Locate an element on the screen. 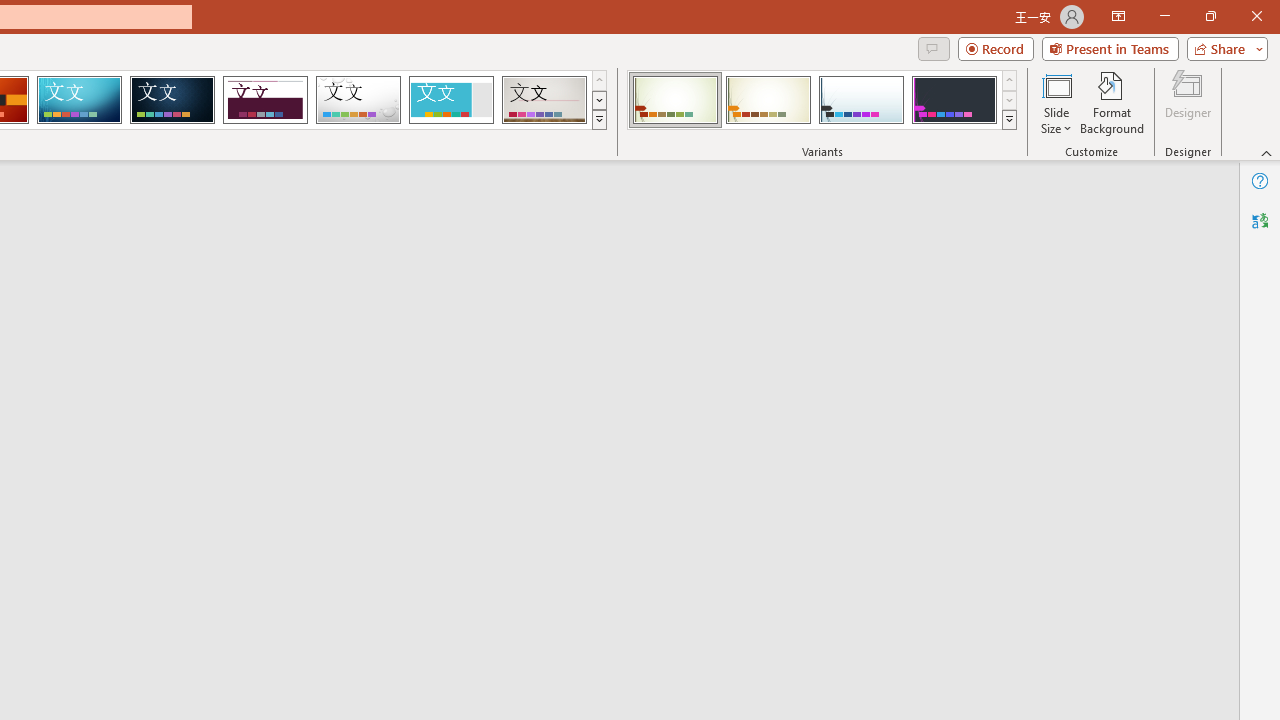 The image size is (1280, 720). 'Designer' is located at coordinates (1188, 103).